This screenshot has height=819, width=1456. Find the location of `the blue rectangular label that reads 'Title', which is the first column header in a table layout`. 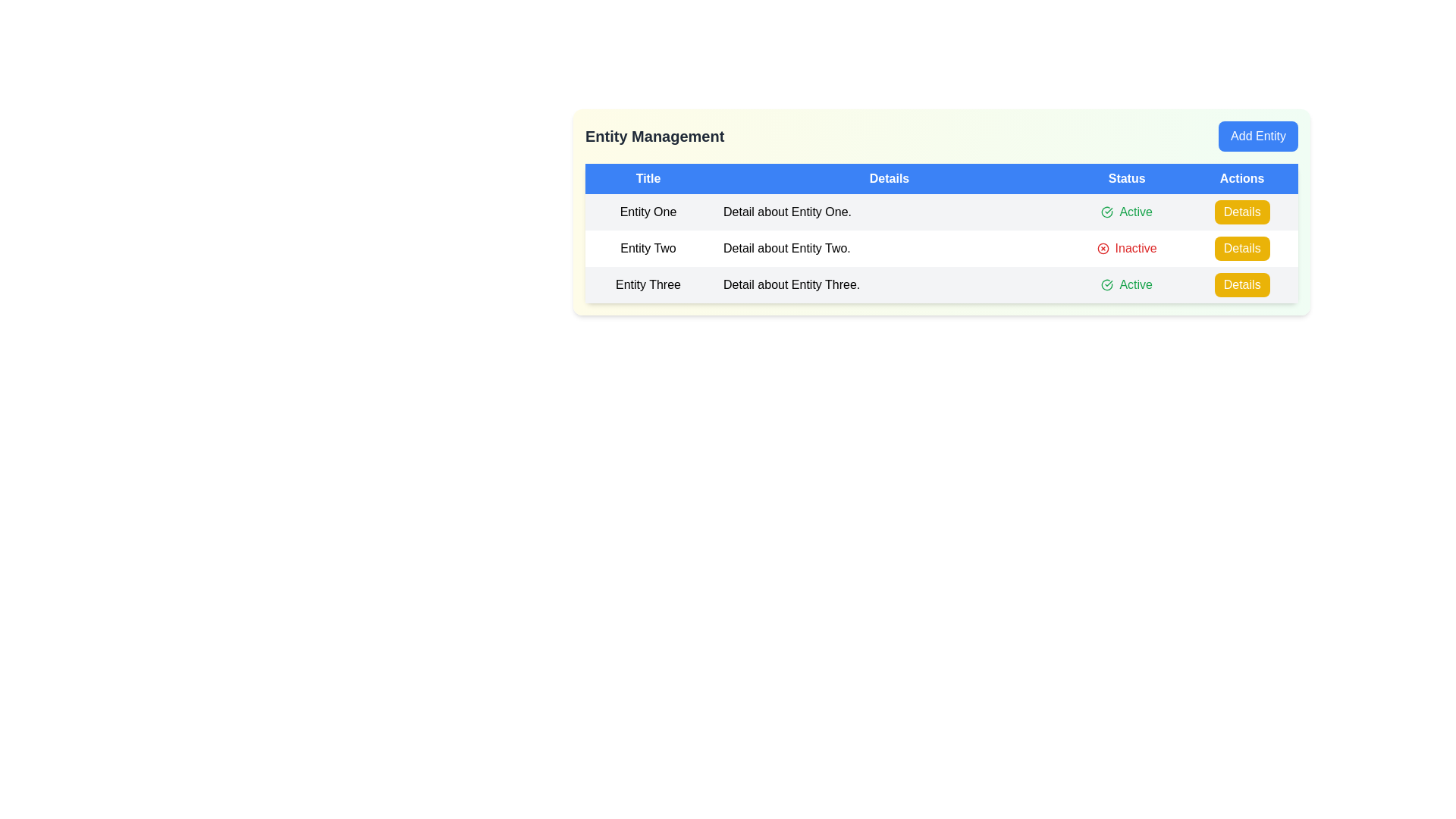

the blue rectangular label that reads 'Title', which is the first column header in a table layout is located at coordinates (648, 177).